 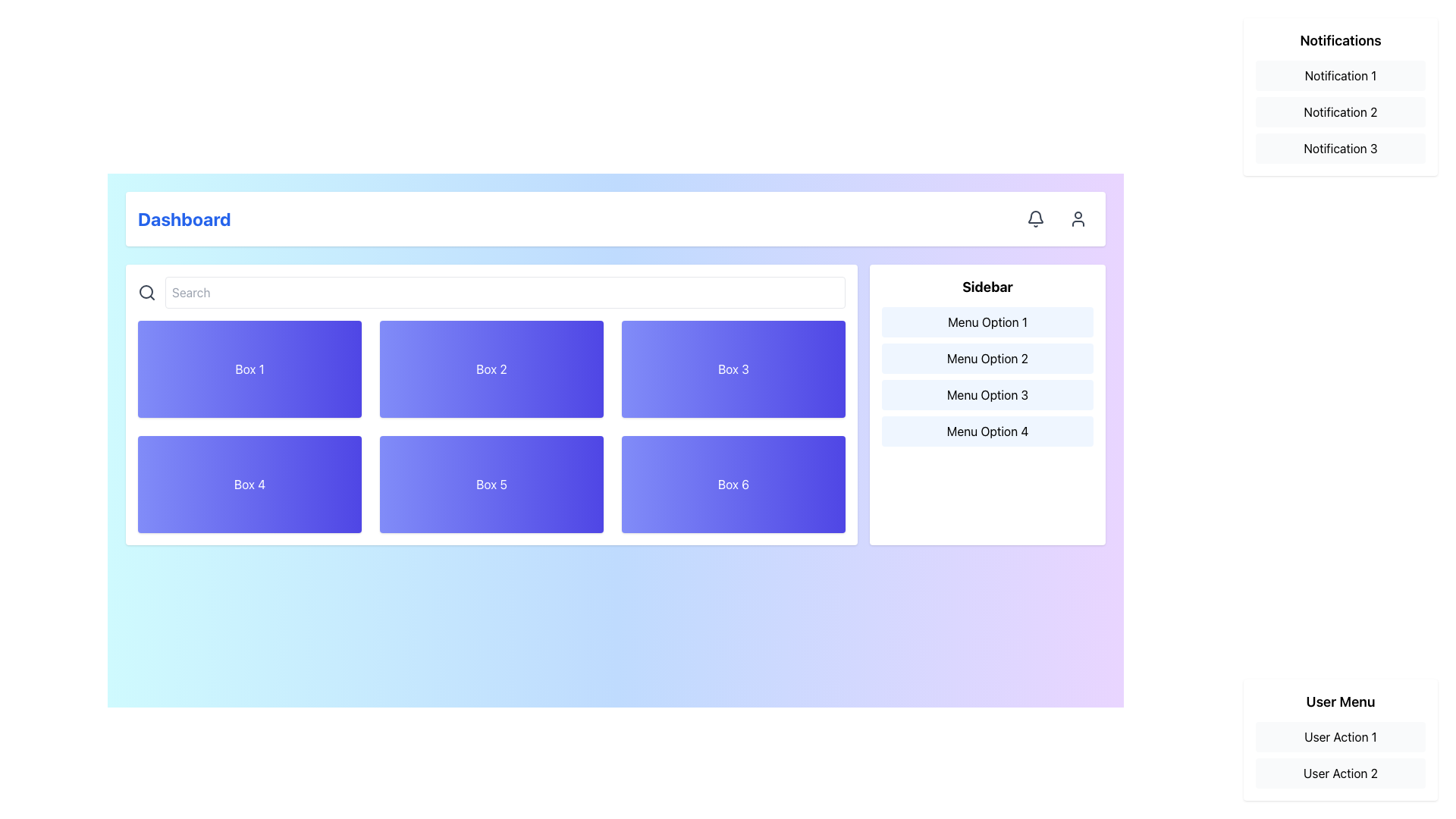 I want to click on the first menu item labeled 'User Action 1' with a light gray background and rounded corners under the 'User Menu', so click(x=1340, y=736).